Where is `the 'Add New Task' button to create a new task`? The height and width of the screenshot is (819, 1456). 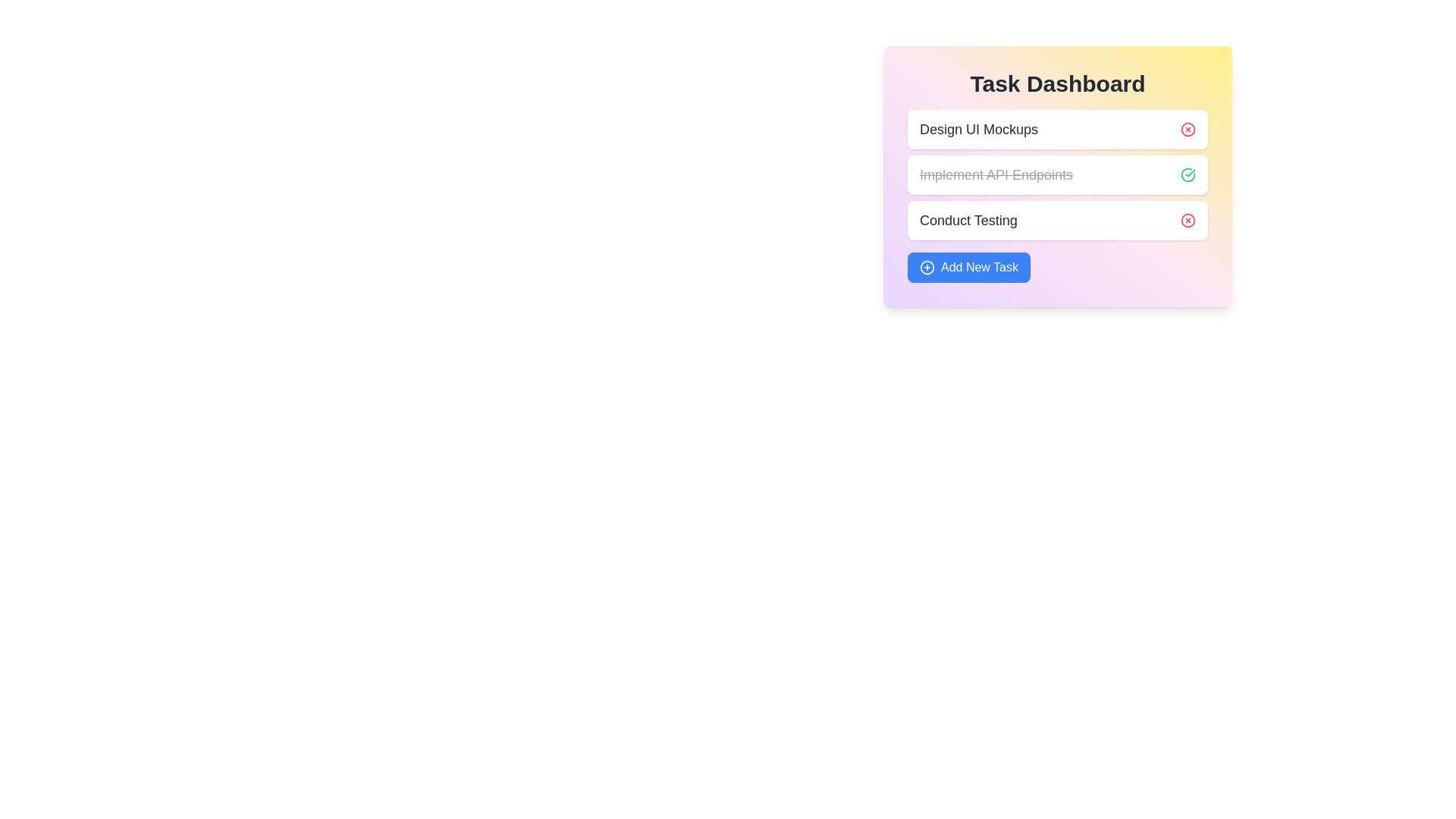 the 'Add New Task' button to create a new task is located at coordinates (968, 267).